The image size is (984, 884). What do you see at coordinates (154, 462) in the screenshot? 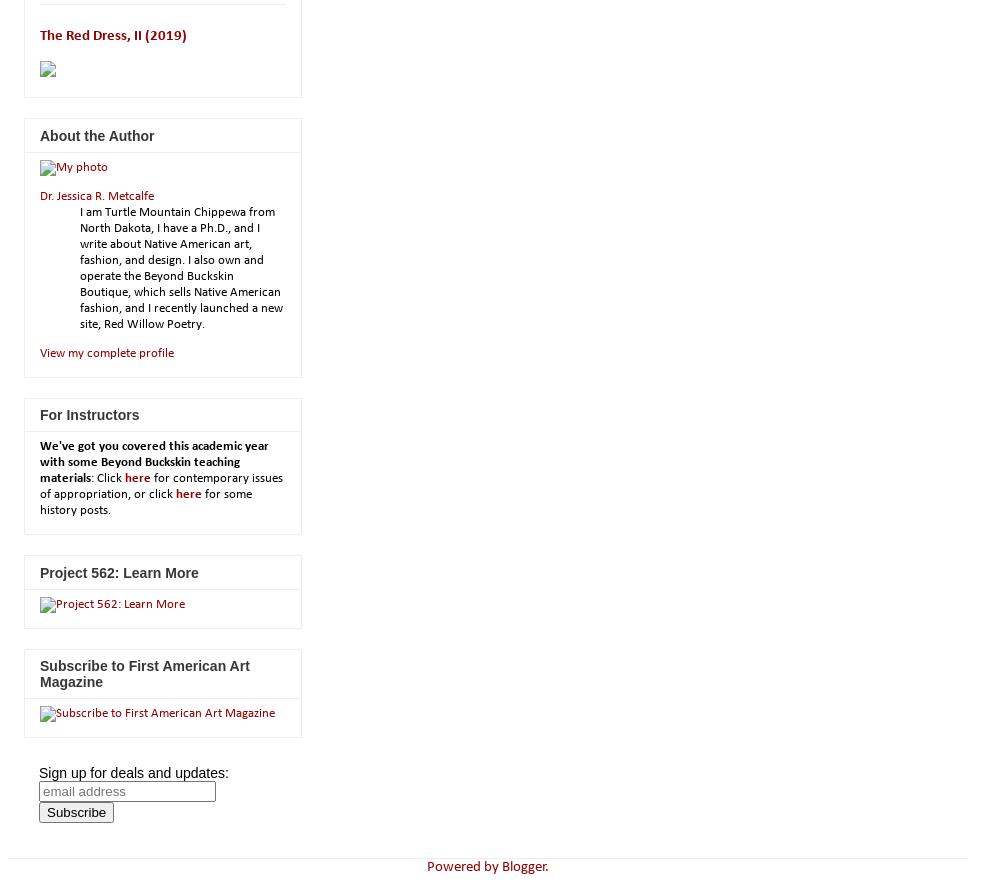
I see `'We've got you covered this academic year with some Beyond Buckskin teaching materials'` at bounding box center [154, 462].